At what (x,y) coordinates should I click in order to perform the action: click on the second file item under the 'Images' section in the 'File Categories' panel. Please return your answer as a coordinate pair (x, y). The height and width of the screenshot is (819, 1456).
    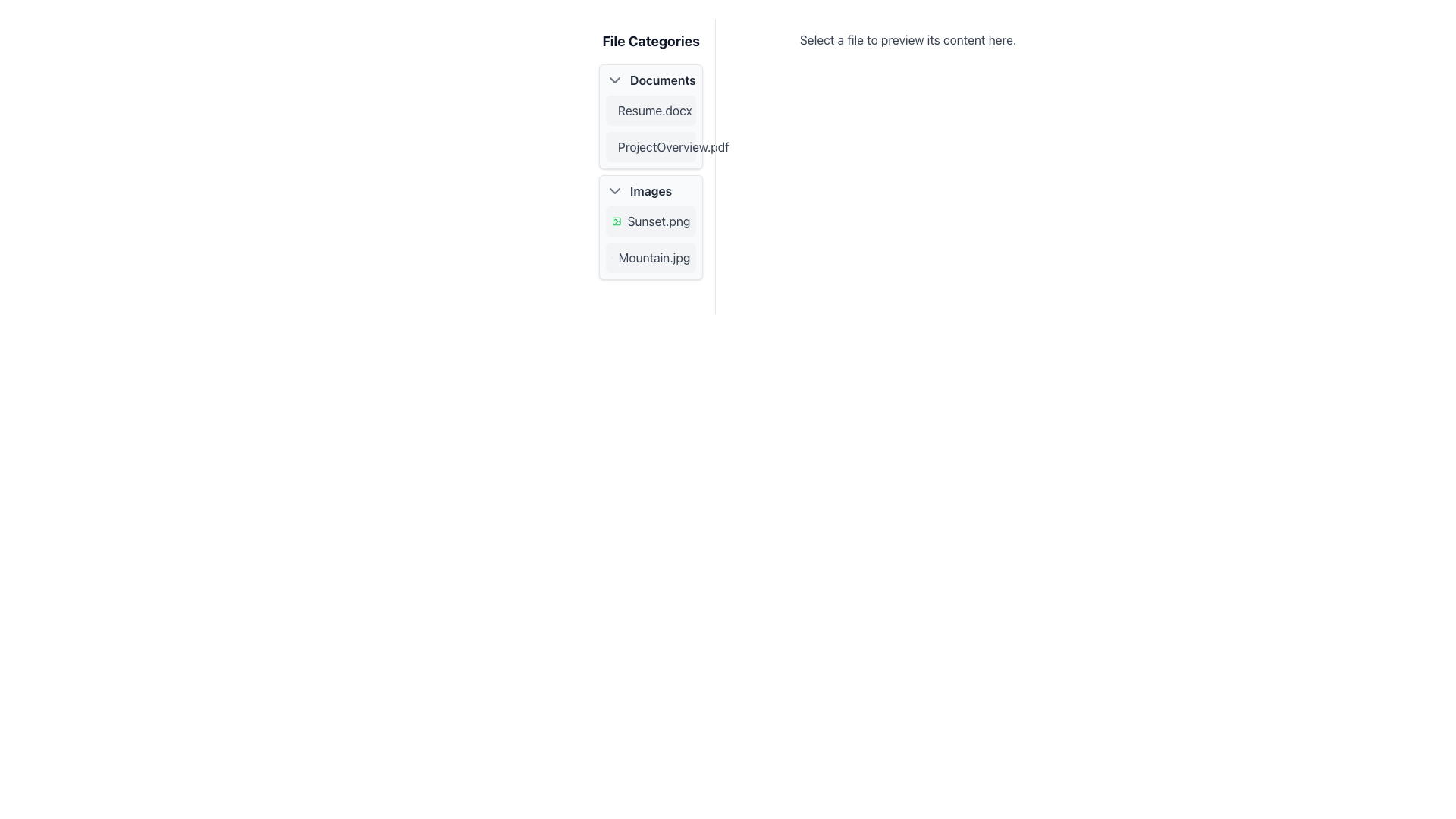
    Looking at the image, I should click on (651, 256).